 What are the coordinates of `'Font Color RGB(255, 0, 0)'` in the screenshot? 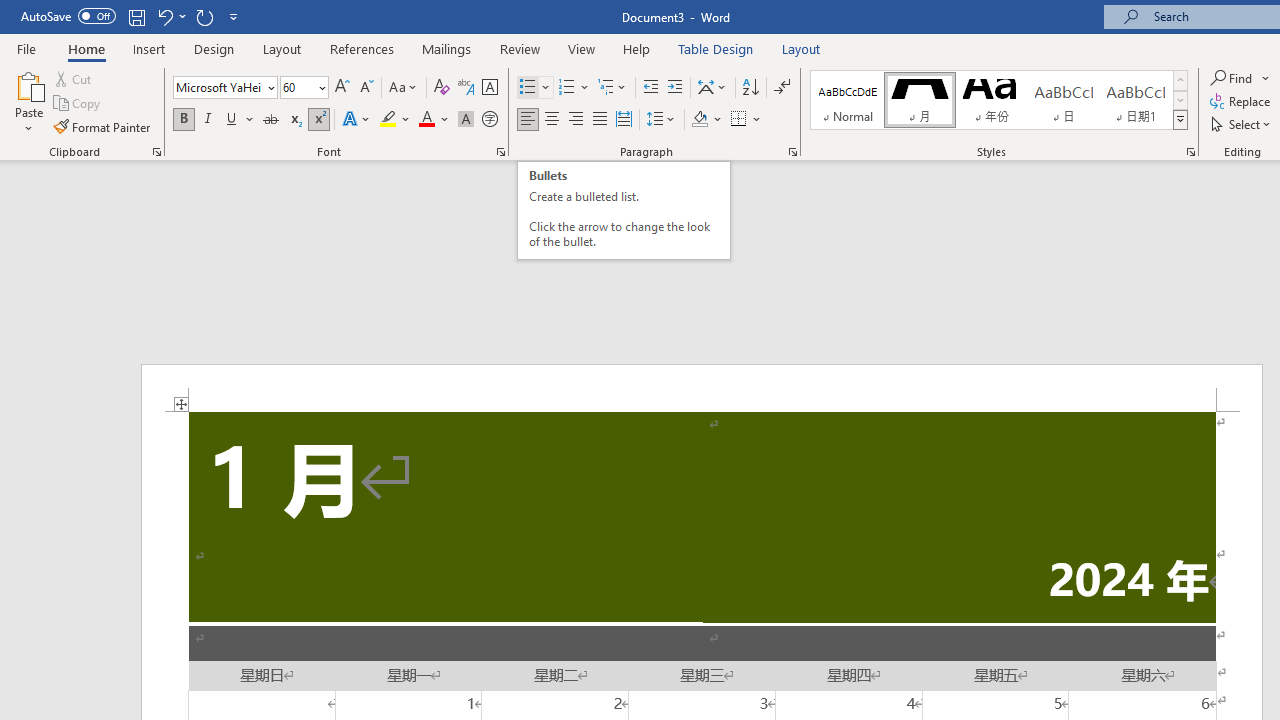 It's located at (425, 119).